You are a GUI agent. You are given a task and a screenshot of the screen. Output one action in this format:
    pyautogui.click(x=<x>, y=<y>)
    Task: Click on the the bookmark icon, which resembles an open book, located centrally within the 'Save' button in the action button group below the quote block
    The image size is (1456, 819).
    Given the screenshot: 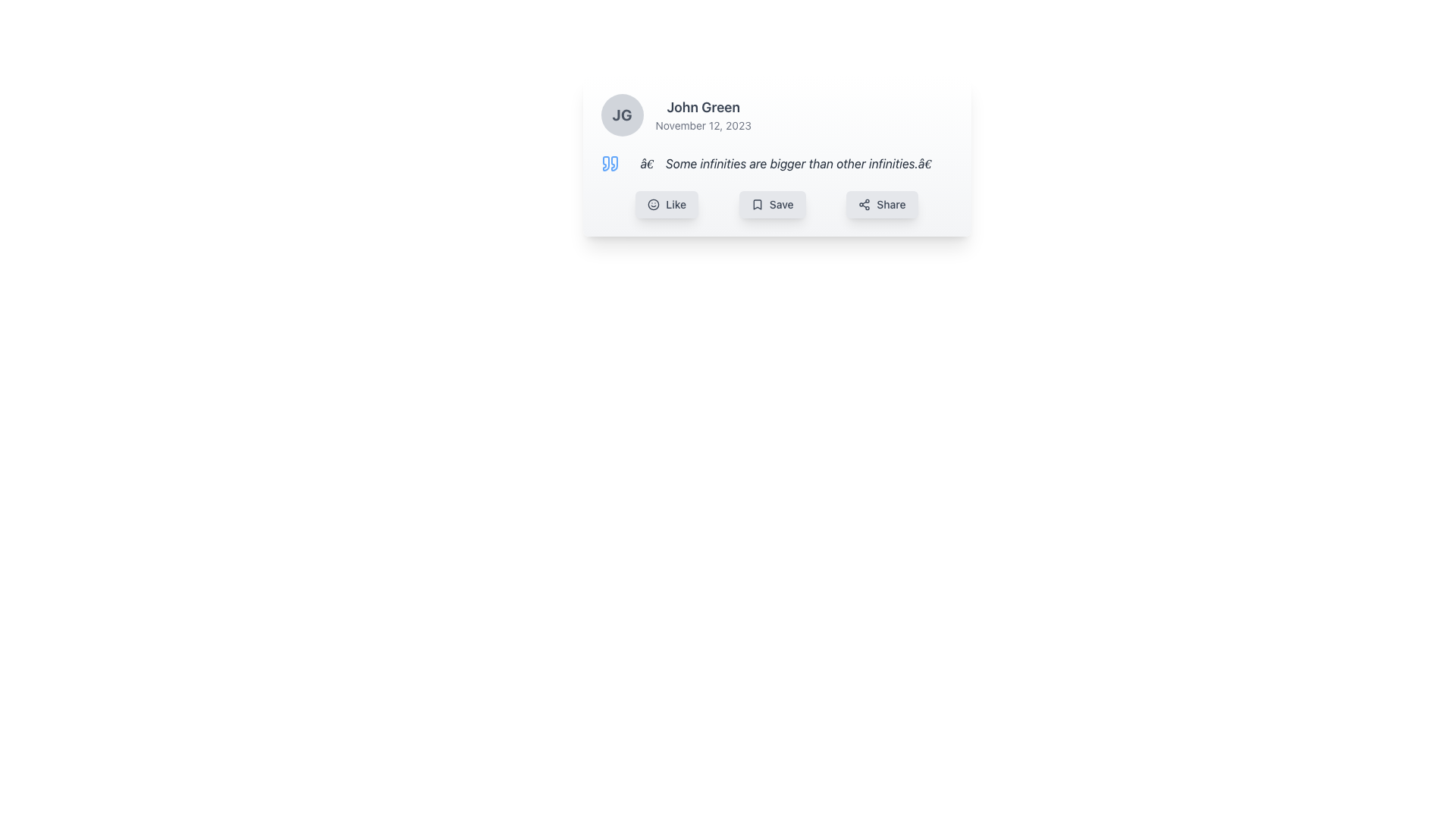 What is the action you would take?
    pyautogui.click(x=757, y=205)
    